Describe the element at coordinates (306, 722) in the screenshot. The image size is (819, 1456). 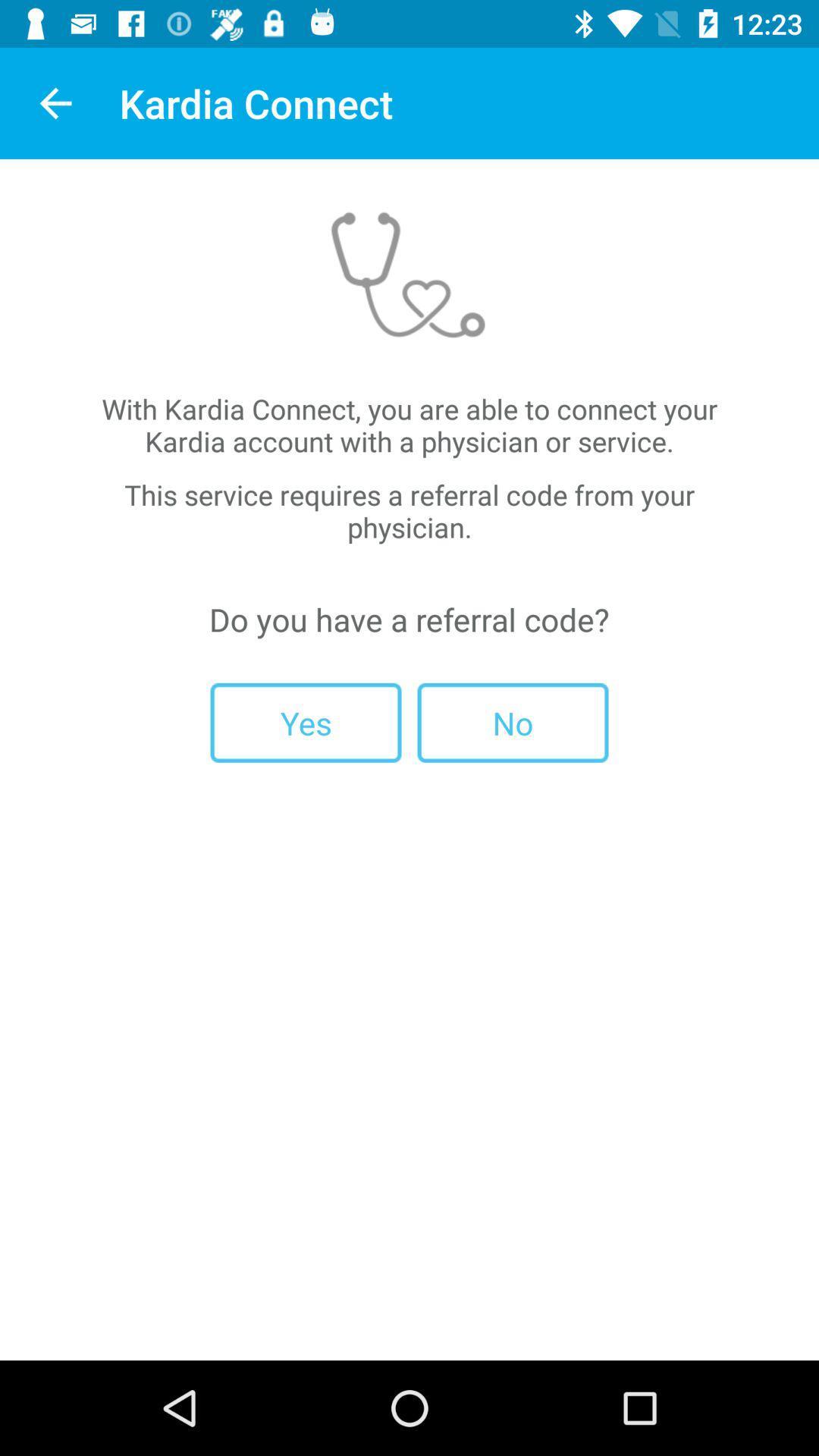
I see `the icon to the left of no` at that location.